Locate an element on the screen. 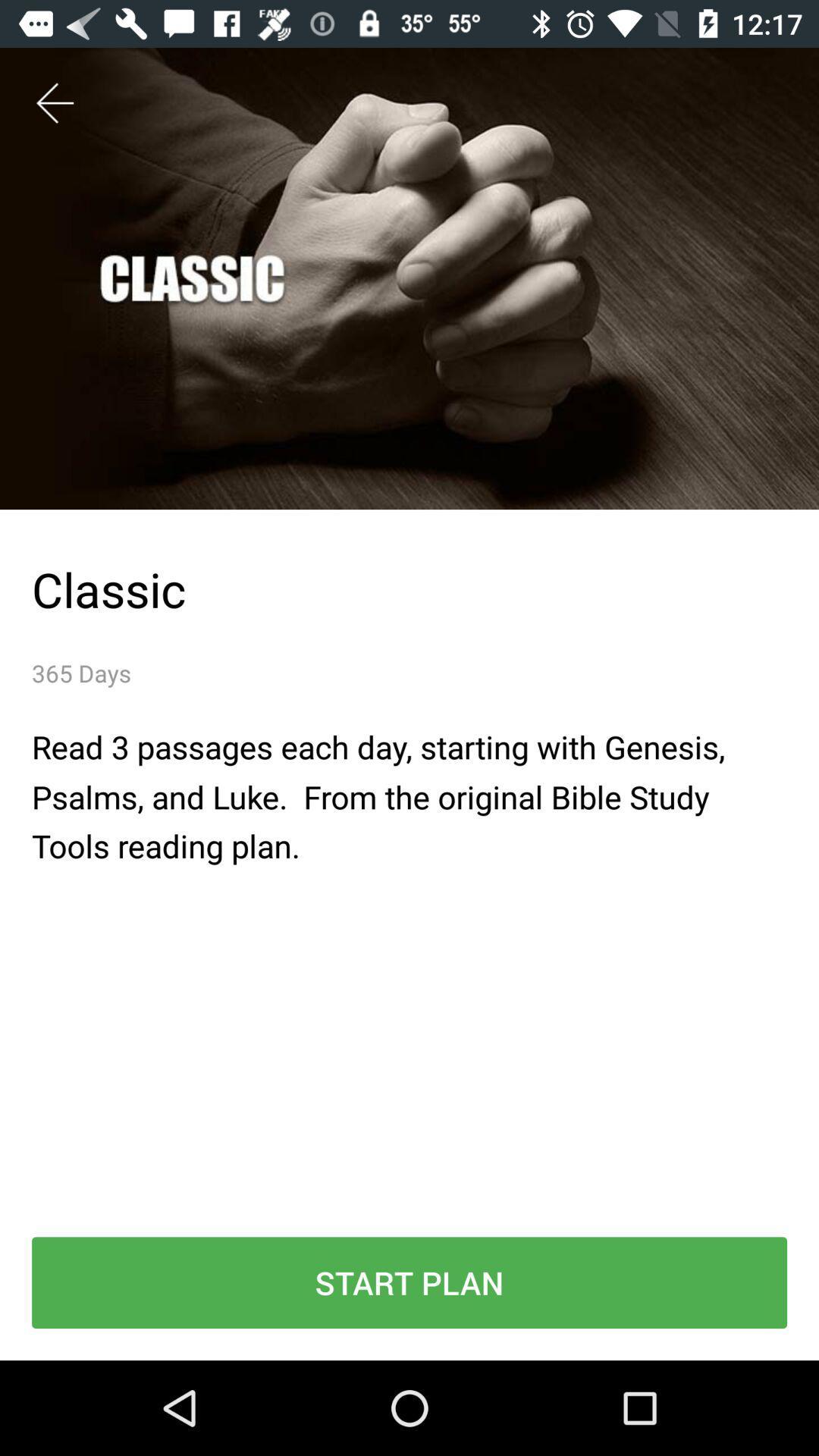 The image size is (819, 1456). start plan icon is located at coordinates (409, 1282).